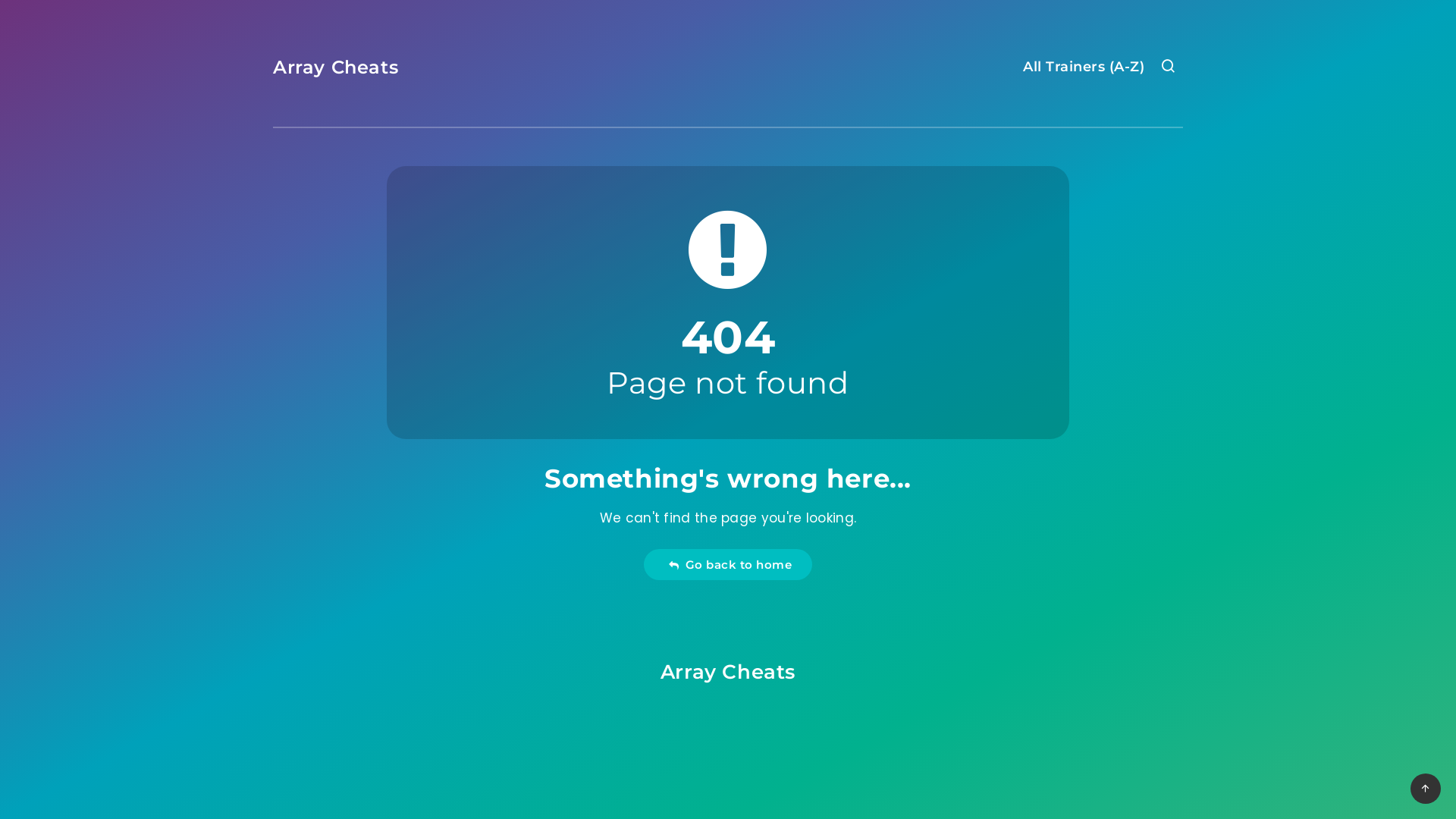  Describe the element at coordinates (660, 671) in the screenshot. I see `'Array Cheats'` at that location.